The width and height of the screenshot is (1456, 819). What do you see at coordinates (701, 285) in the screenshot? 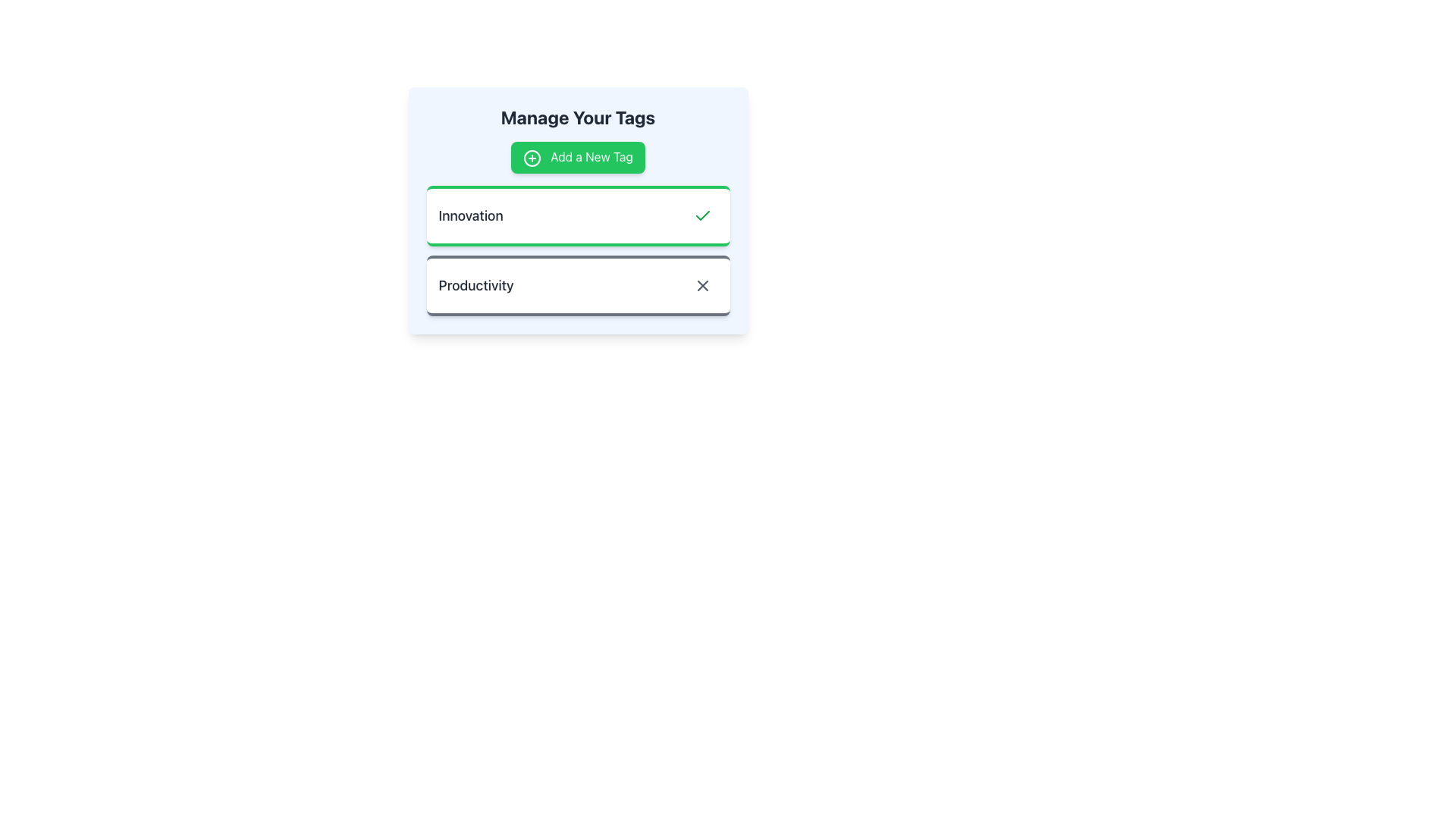
I see `the red 'X' icon button used` at bounding box center [701, 285].